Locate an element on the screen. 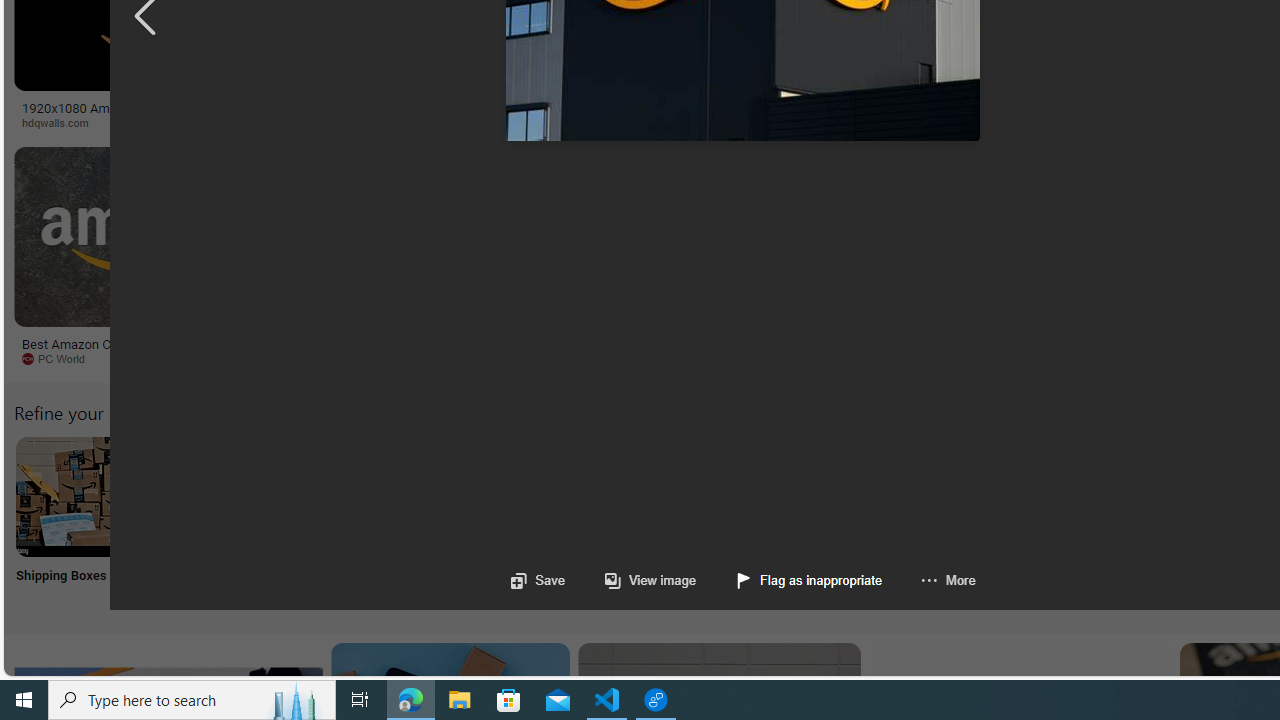 The width and height of the screenshot is (1280, 720). 'Shipping Boxes' is located at coordinates (74, 521).